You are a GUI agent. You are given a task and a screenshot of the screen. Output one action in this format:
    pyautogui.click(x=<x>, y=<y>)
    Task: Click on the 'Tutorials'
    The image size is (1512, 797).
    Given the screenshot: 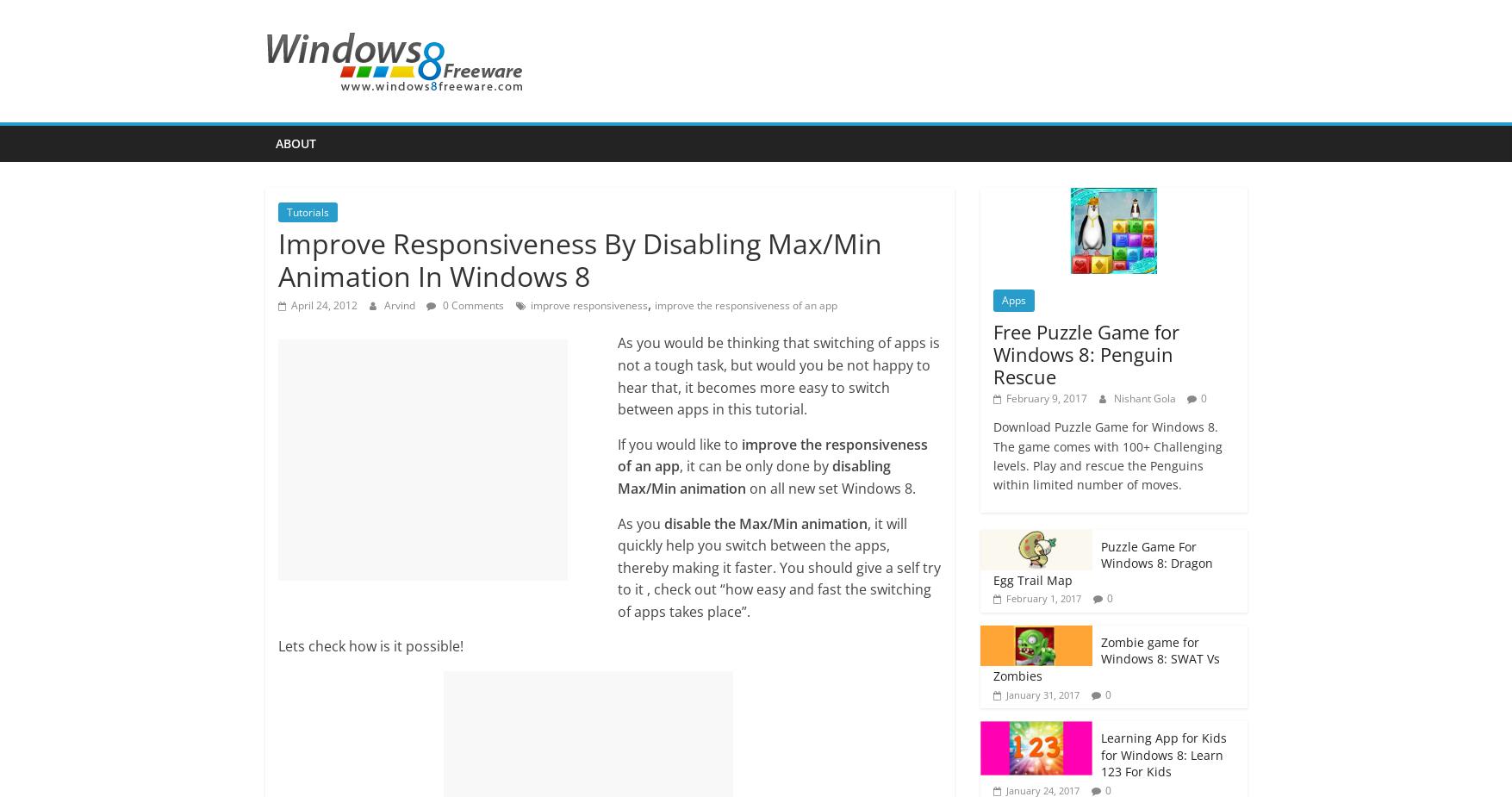 What is the action you would take?
    pyautogui.click(x=306, y=211)
    